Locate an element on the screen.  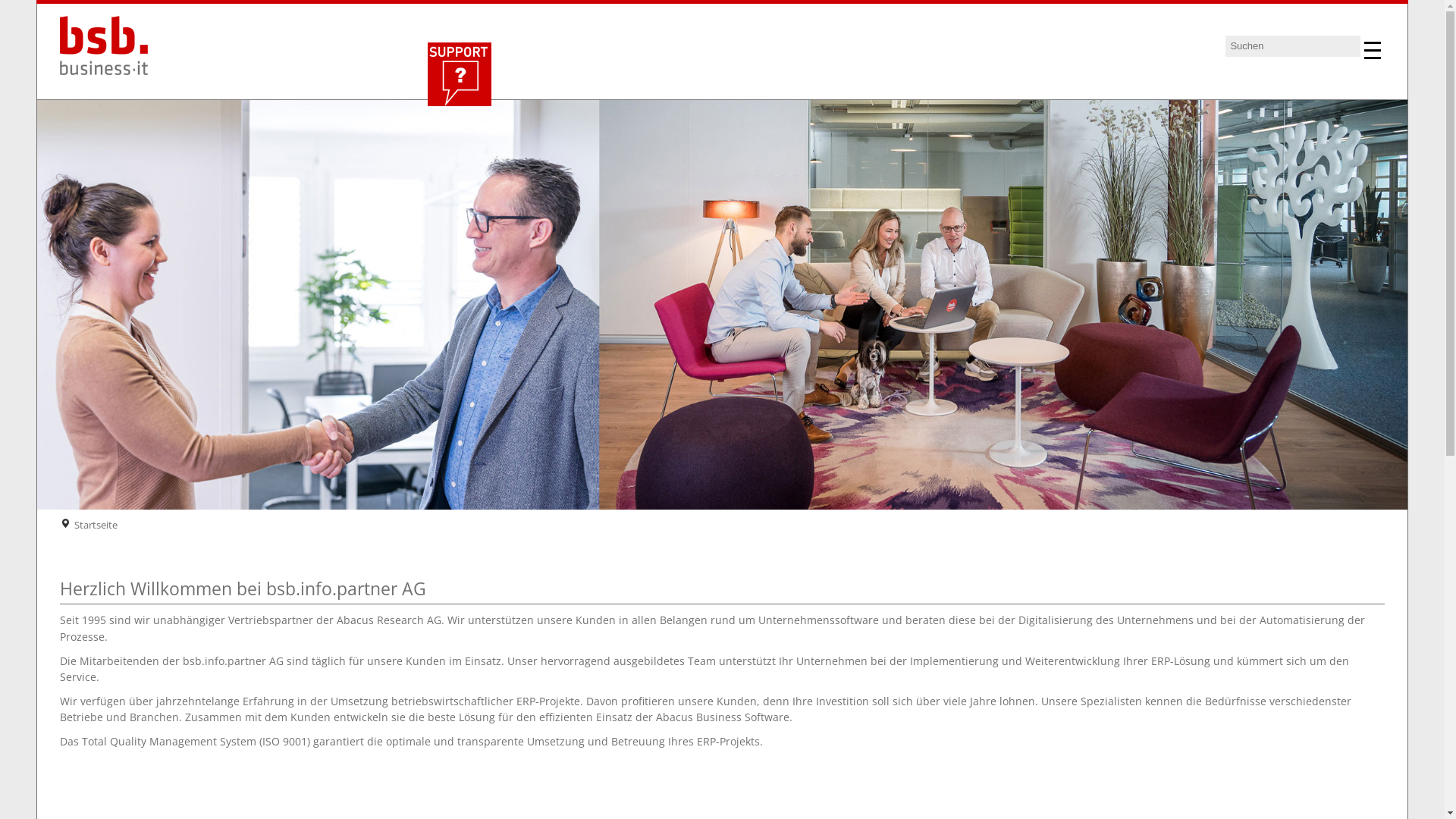
'bsb.info.partner AG' is located at coordinates (110, 49).